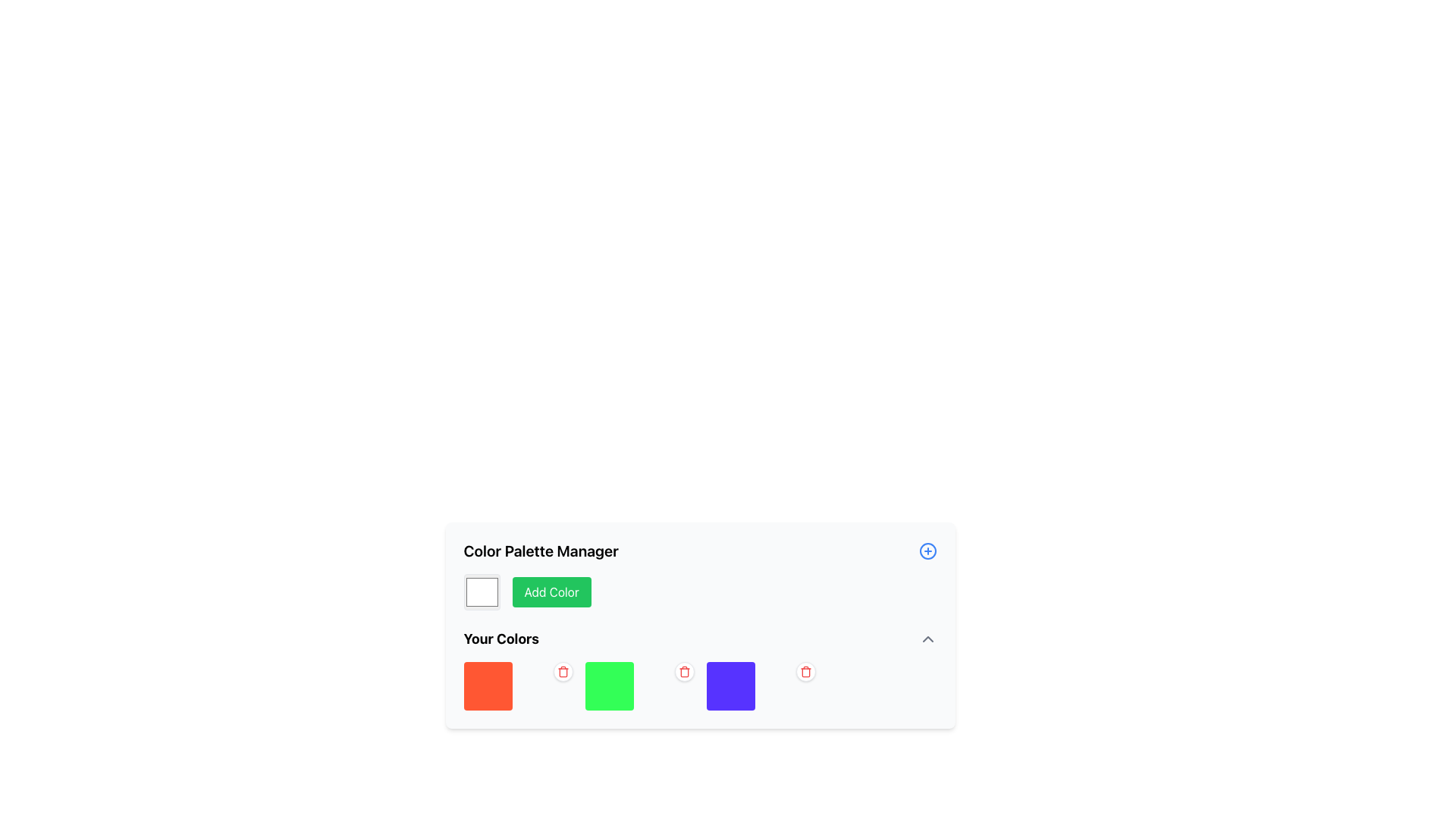 The image size is (1456, 819). What do you see at coordinates (562, 672) in the screenshot?
I see `the rounded rectangular delete bin button located to the right of the green color block in the 'Your Colors' section` at bounding box center [562, 672].